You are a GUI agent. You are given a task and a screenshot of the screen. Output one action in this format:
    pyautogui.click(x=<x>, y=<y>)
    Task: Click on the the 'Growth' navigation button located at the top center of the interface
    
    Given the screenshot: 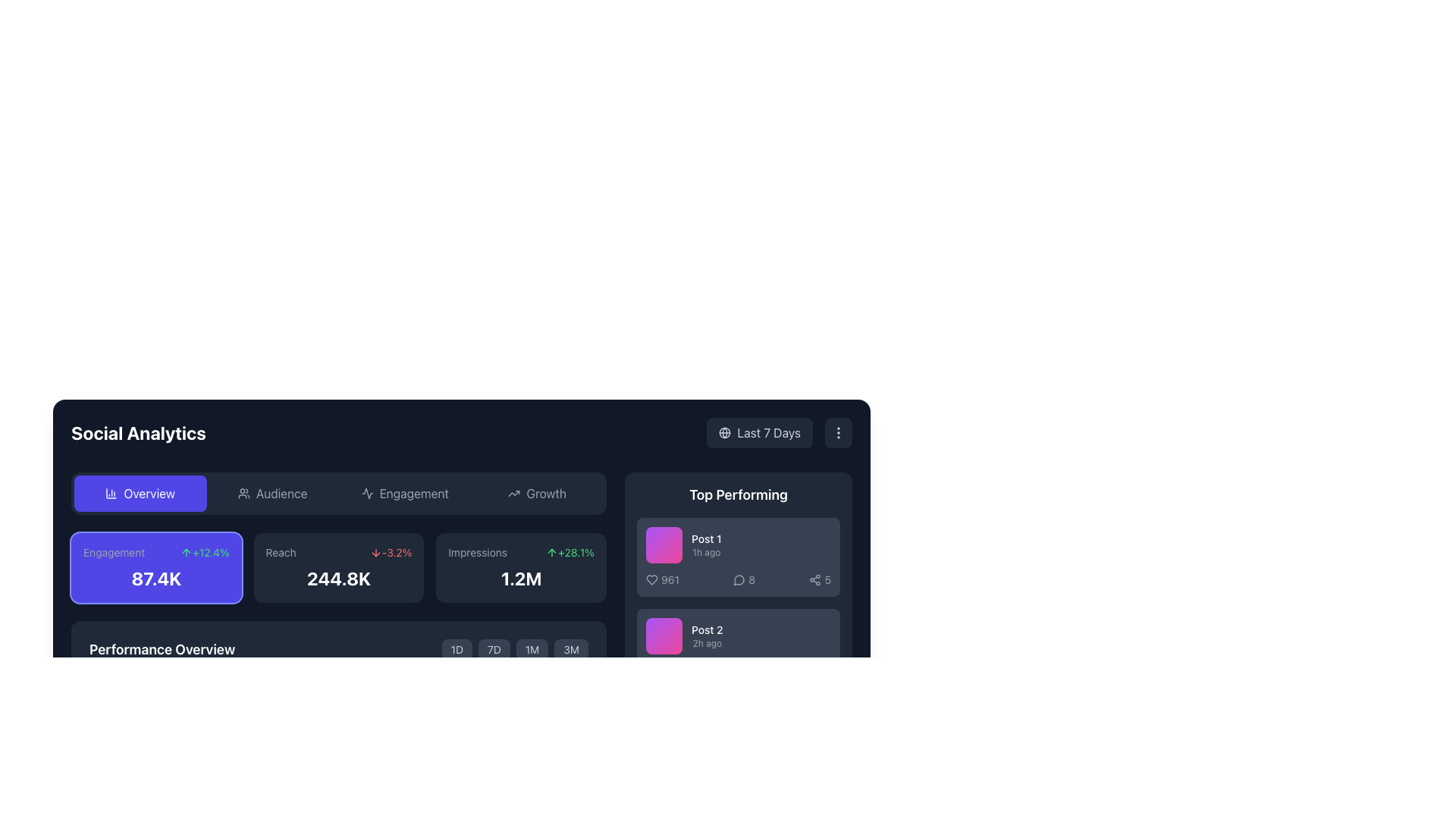 What is the action you would take?
    pyautogui.click(x=537, y=494)
    